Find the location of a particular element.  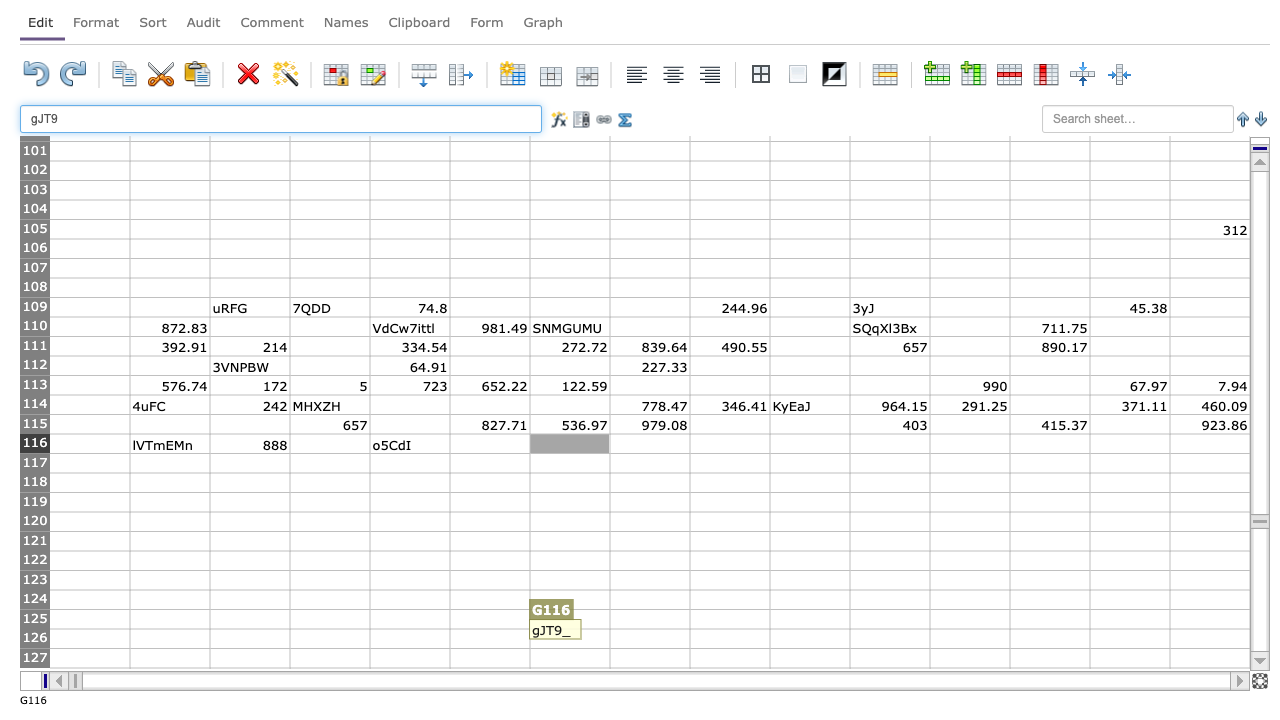

H126 is located at coordinates (649, 638).